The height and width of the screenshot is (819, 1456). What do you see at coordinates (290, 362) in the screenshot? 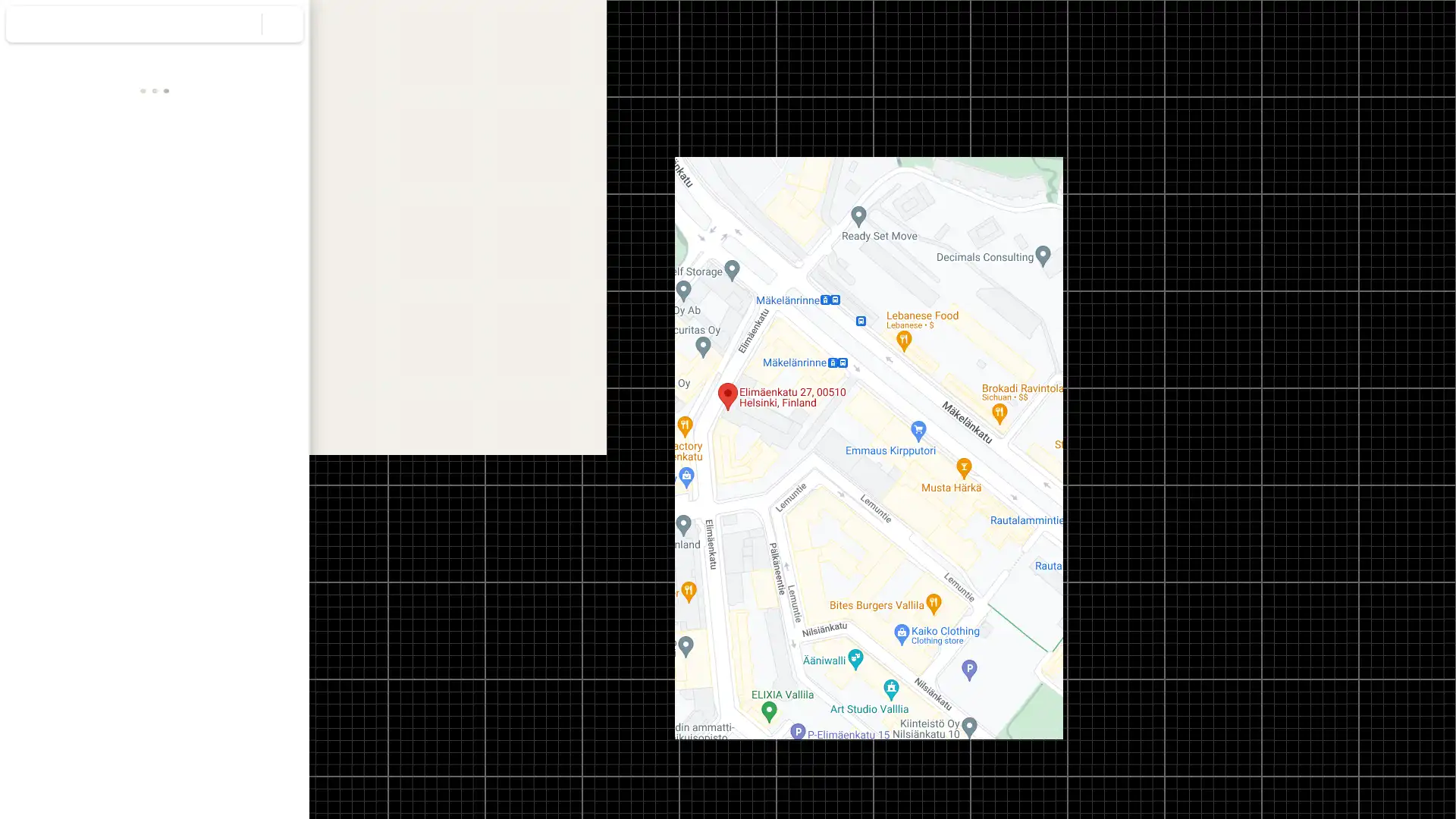
I see `Learn more about plus codes` at bounding box center [290, 362].